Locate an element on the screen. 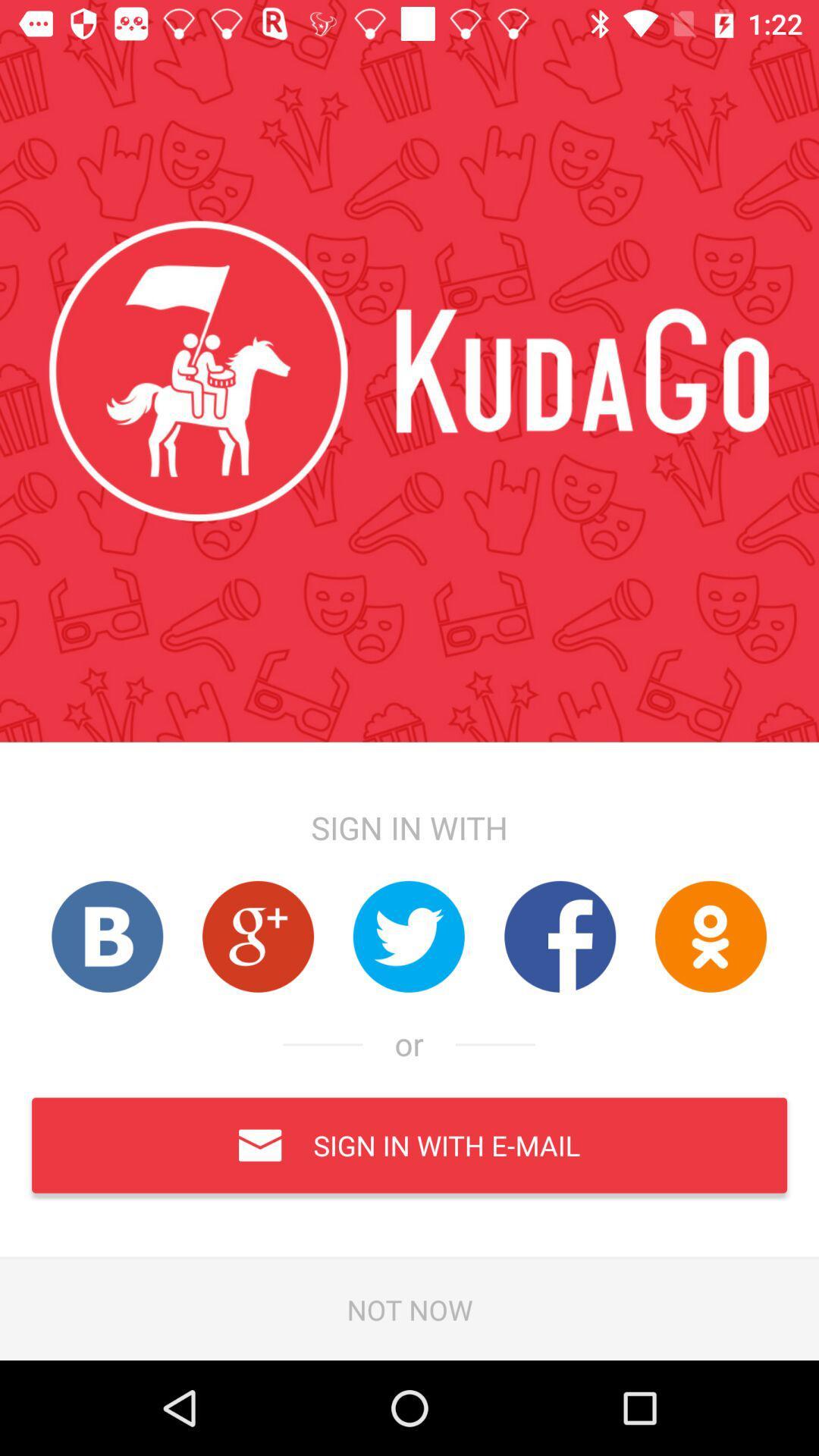 The height and width of the screenshot is (1456, 819). bing is located at coordinates (106, 936).